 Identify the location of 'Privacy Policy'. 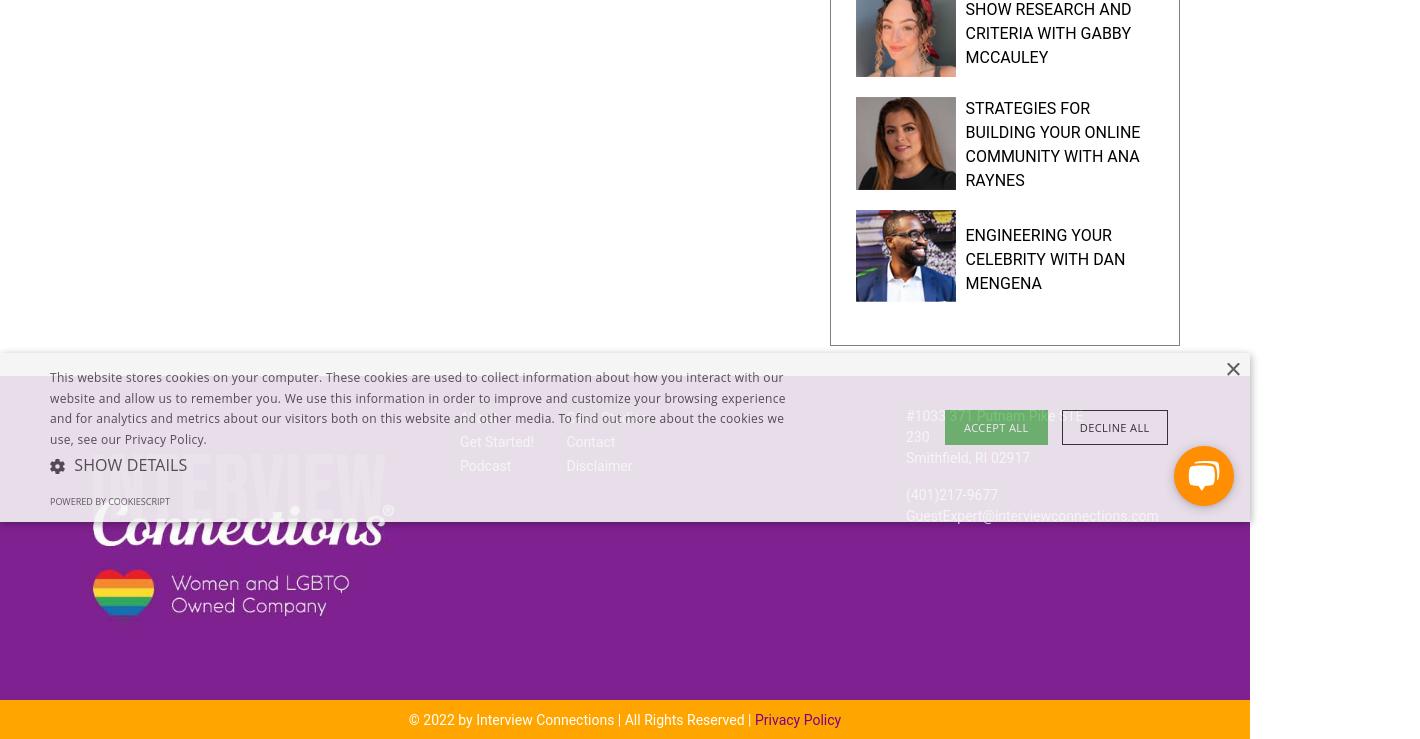
(797, 720).